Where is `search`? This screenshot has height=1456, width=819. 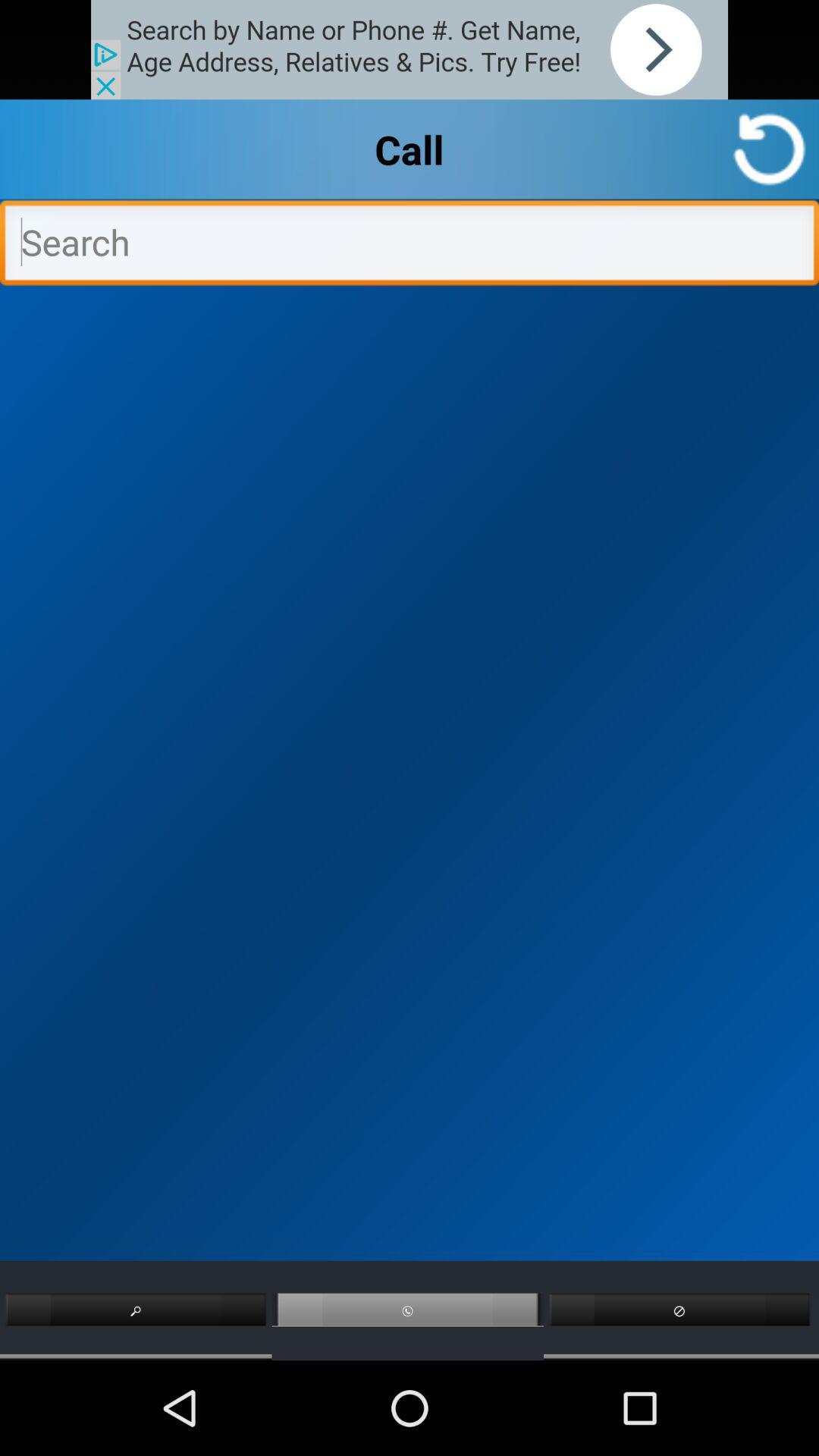
search is located at coordinates (409, 246).